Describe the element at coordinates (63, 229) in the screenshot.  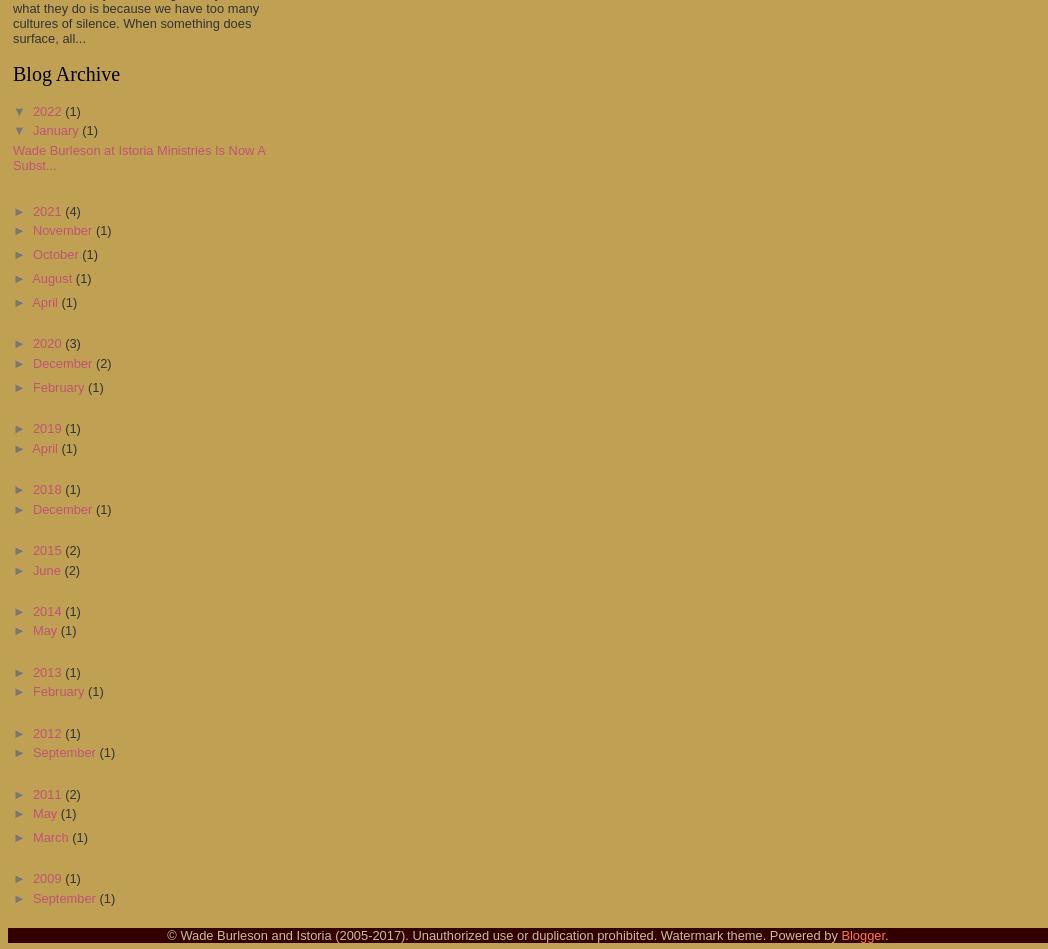
I see `'November'` at that location.